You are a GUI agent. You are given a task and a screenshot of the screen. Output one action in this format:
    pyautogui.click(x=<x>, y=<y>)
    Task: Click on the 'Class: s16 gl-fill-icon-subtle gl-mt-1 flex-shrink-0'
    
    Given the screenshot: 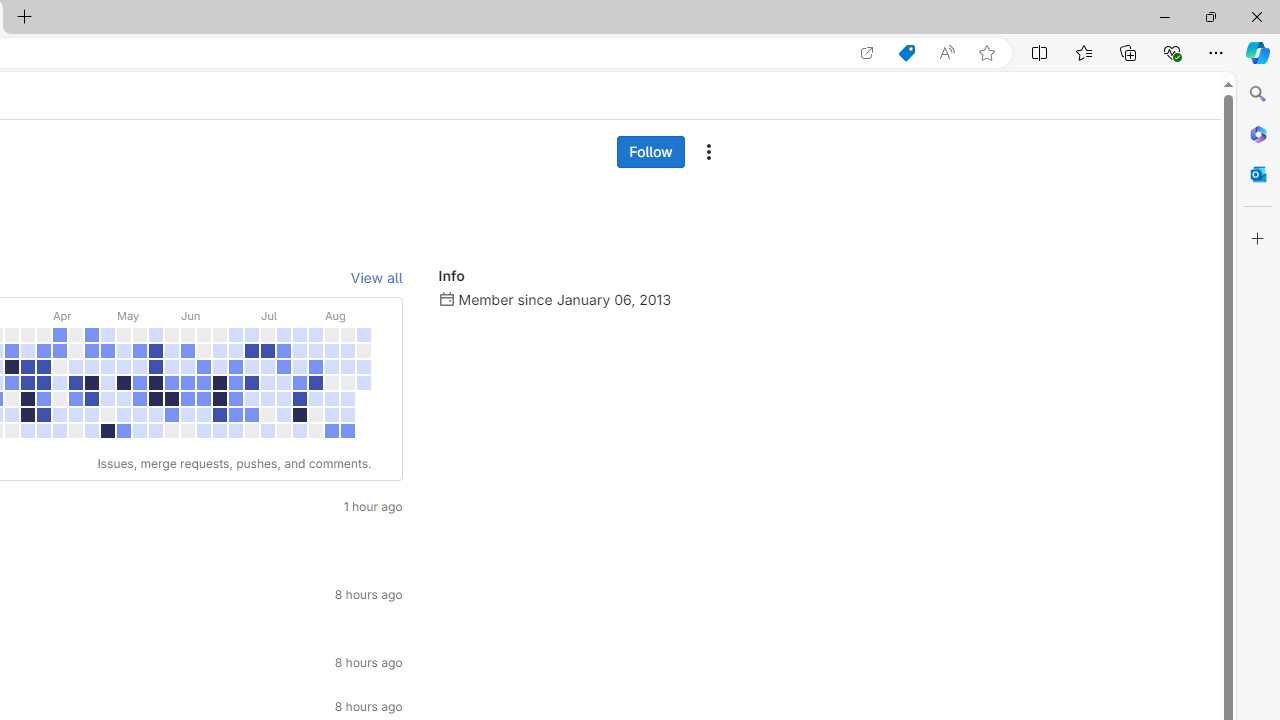 What is the action you would take?
    pyautogui.click(x=445, y=298)
    